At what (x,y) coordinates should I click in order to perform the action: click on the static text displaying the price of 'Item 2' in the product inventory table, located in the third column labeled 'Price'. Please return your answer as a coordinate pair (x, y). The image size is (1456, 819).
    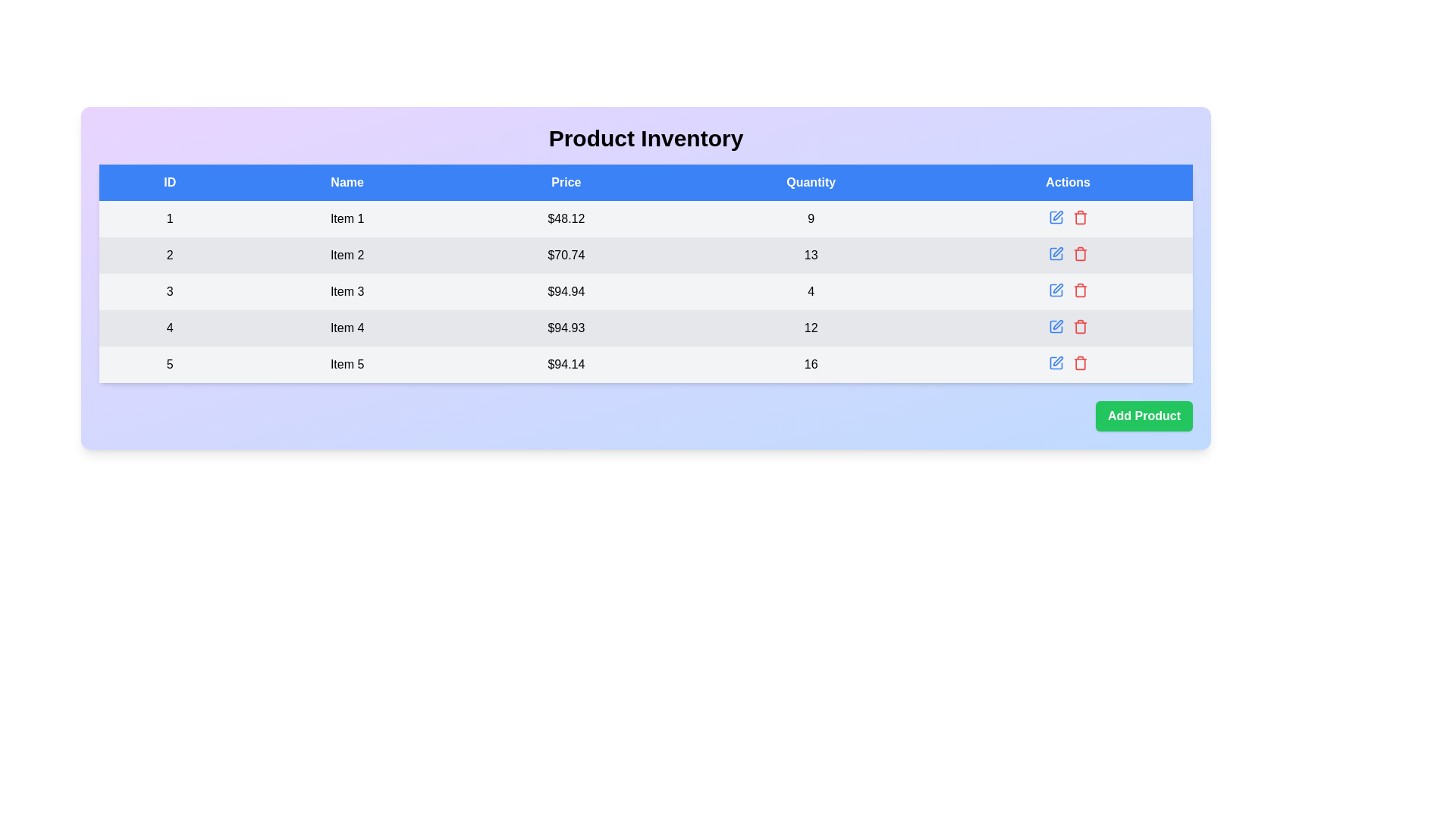
    Looking at the image, I should click on (565, 254).